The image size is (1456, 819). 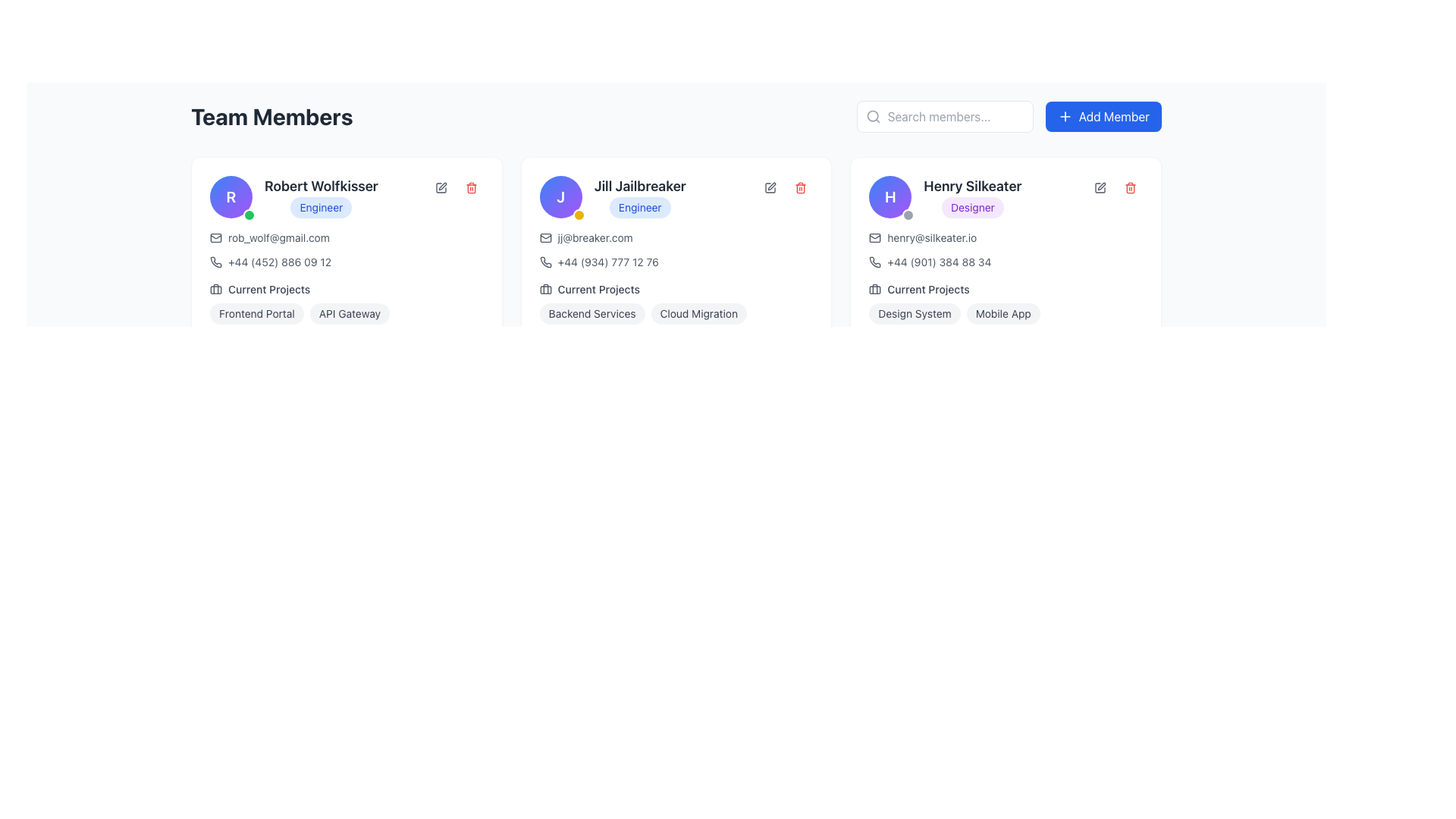 I want to click on the Profile Summary Section for 'Robert Wolfkisser', so click(x=346, y=196).